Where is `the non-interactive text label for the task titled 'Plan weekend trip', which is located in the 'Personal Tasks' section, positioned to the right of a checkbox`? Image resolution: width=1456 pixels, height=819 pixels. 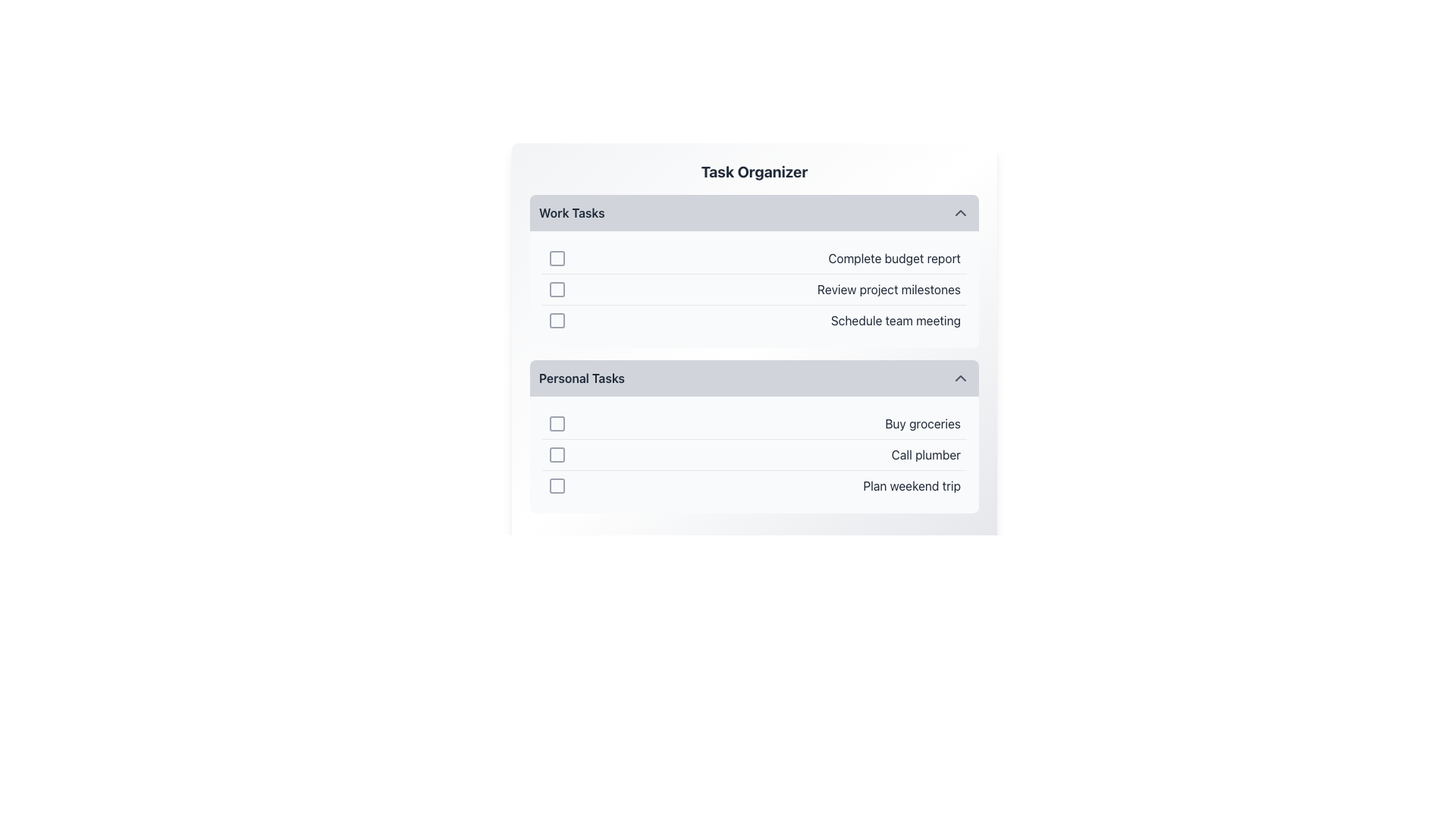
the non-interactive text label for the task titled 'Plan weekend trip', which is located in the 'Personal Tasks' section, positioned to the right of a checkbox is located at coordinates (911, 485).